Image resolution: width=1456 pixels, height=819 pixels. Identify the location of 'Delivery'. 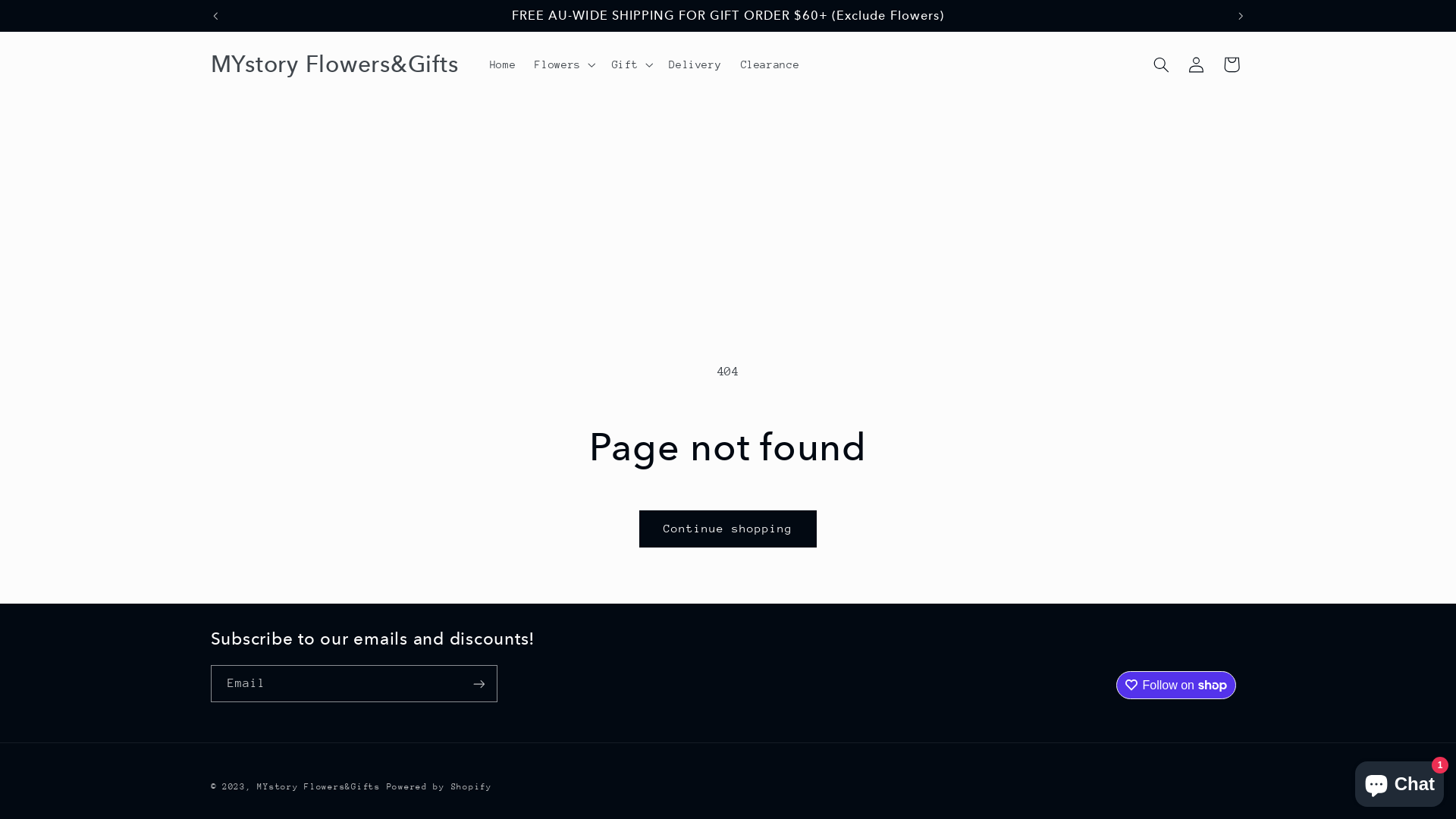
(694, 63).